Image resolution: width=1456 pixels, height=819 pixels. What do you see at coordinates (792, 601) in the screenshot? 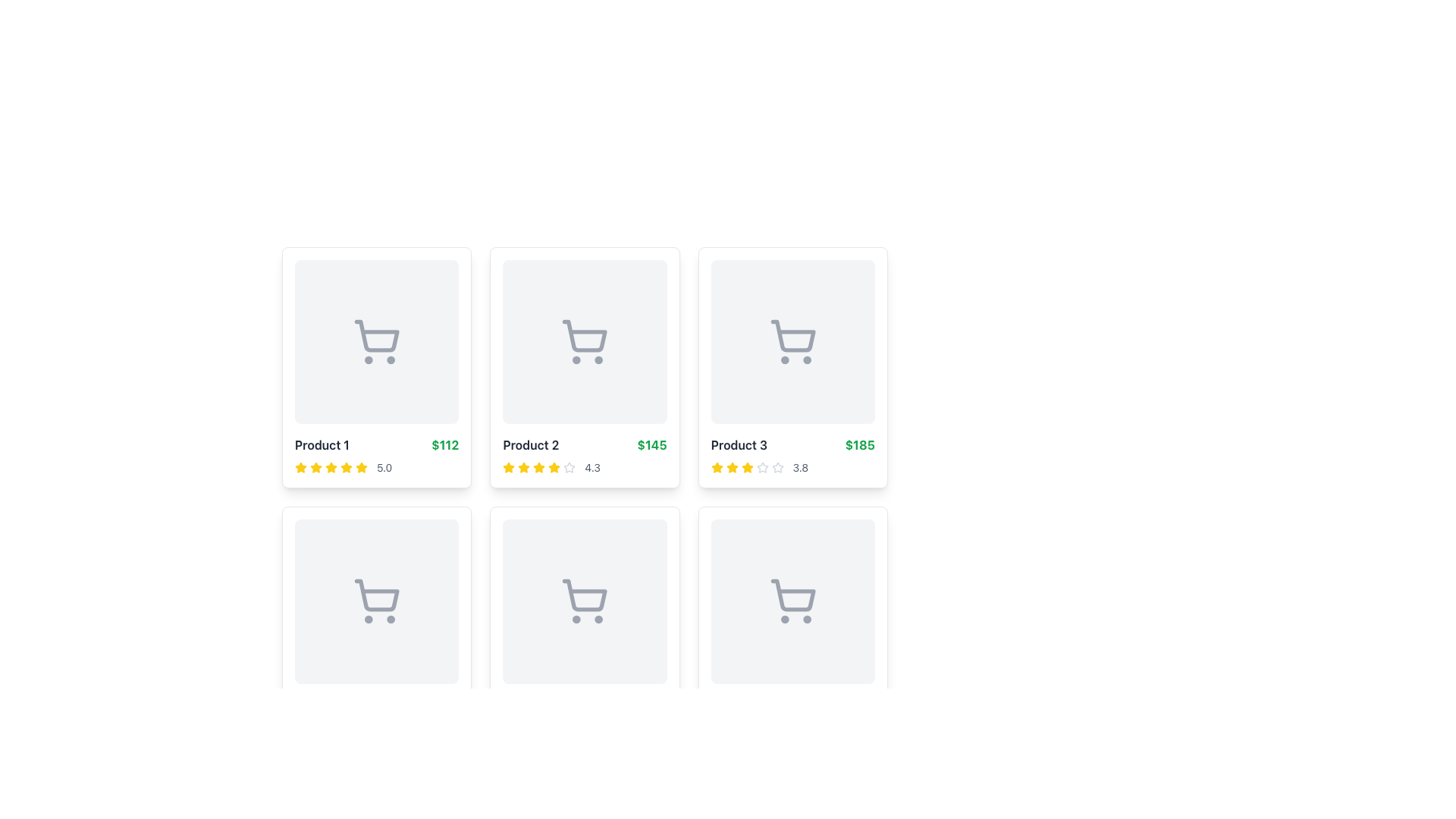
I see `the shopping cart icon located in the bottom-right grid cell of a 2x3 grid layout` at bounding box center [792, 601].